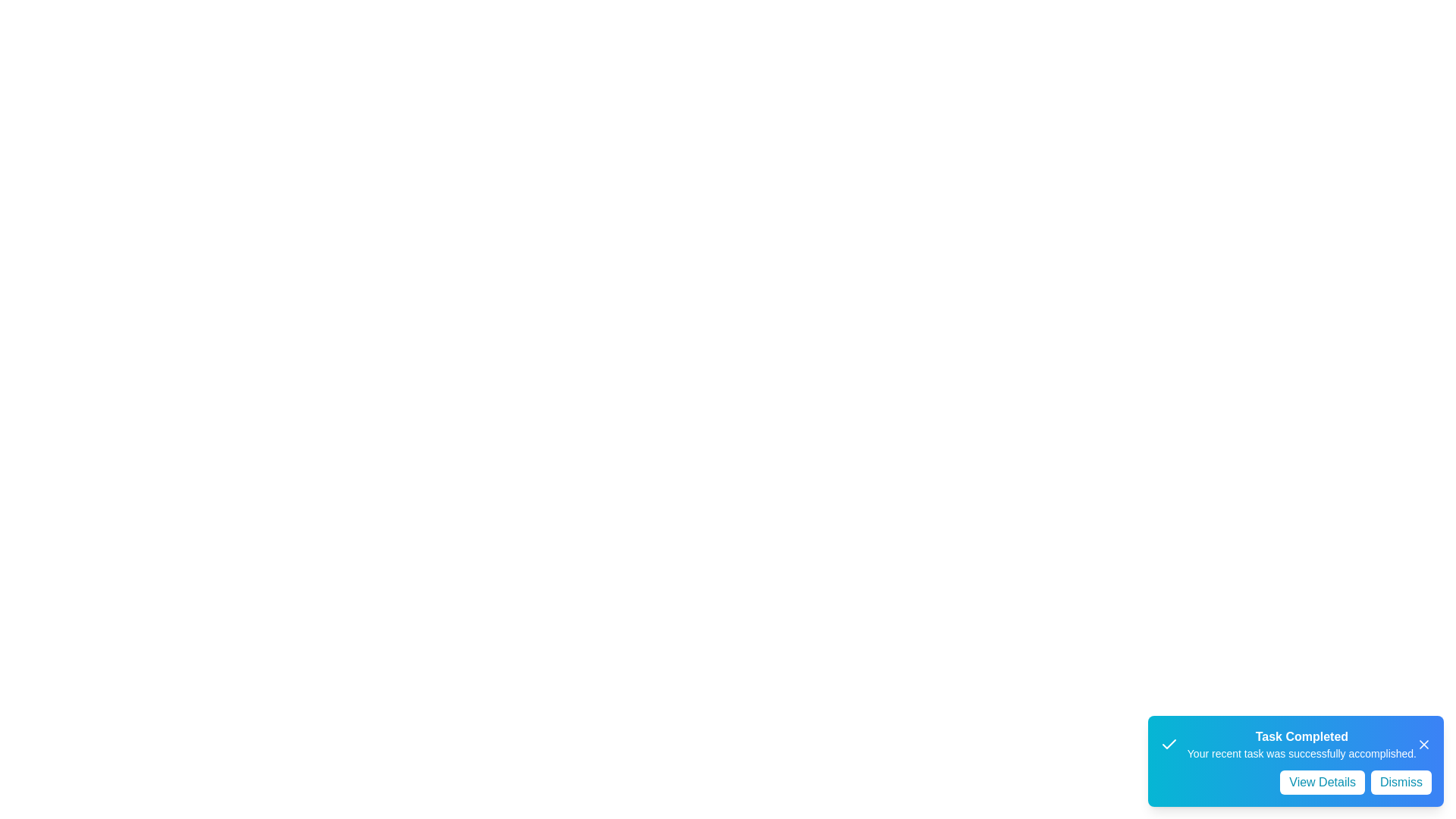 This screenshot has width=1456, height=819. What do you see at coordinates (1301, 744) in the screenshot?
I see `the text block within the notification component that communicates the successful completion of a task, located in the bottom-right section of the interface` at bounding box center [1301, 744].